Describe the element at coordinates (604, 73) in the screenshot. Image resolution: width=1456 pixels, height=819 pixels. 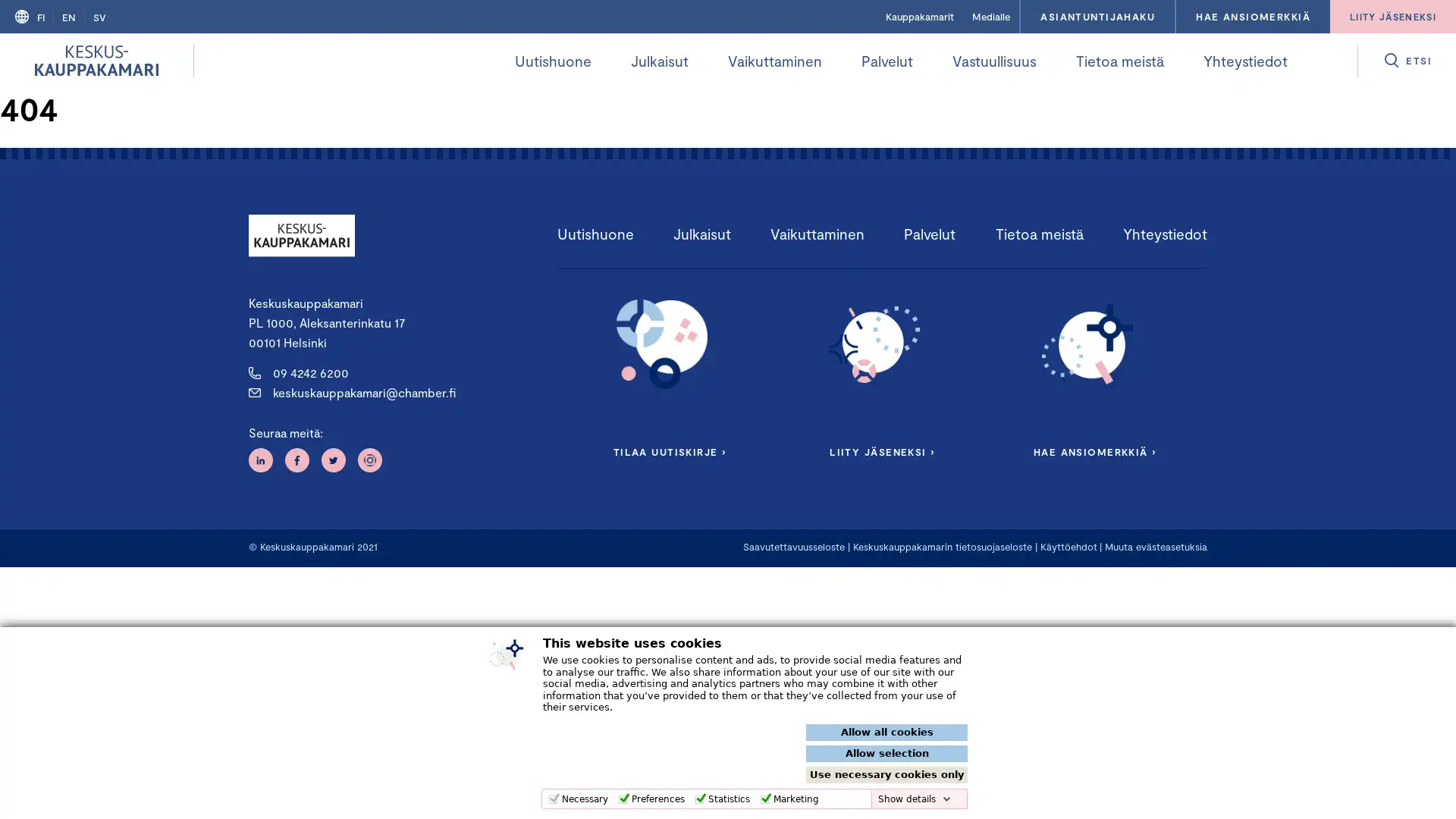
I see `Avaa alivalikko kohteelle Uutishuone` at that location.